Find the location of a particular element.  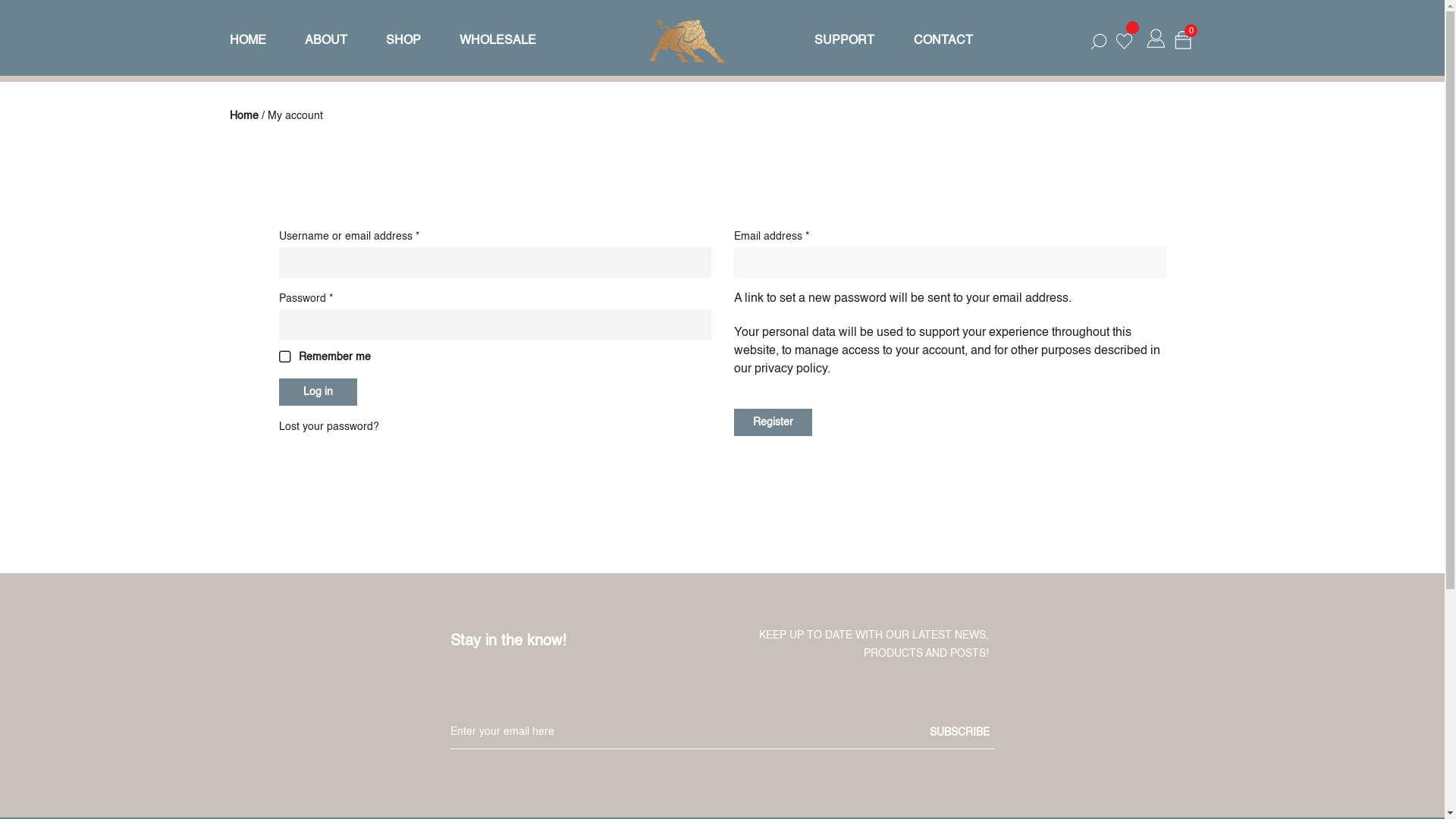

'Register' is located at coordinates (773, 422).